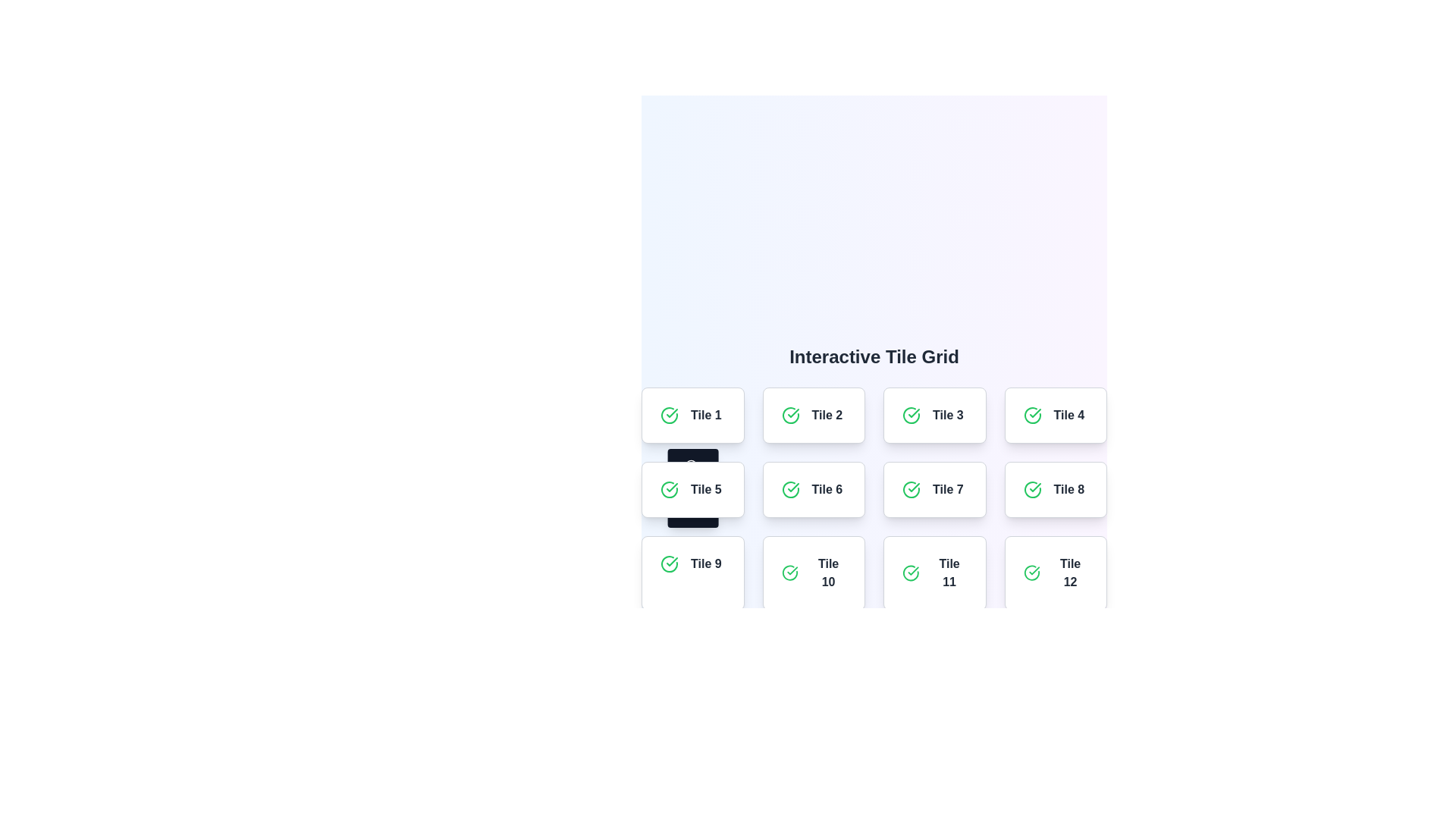 The image size is (1456, 819). What do you see at coordinates (1055, 573) in the screenshot?
I see `the interactive tile labeled 'Tile 12' located in the fourth row and third column of the grid` at bounding box center [1055, 573].